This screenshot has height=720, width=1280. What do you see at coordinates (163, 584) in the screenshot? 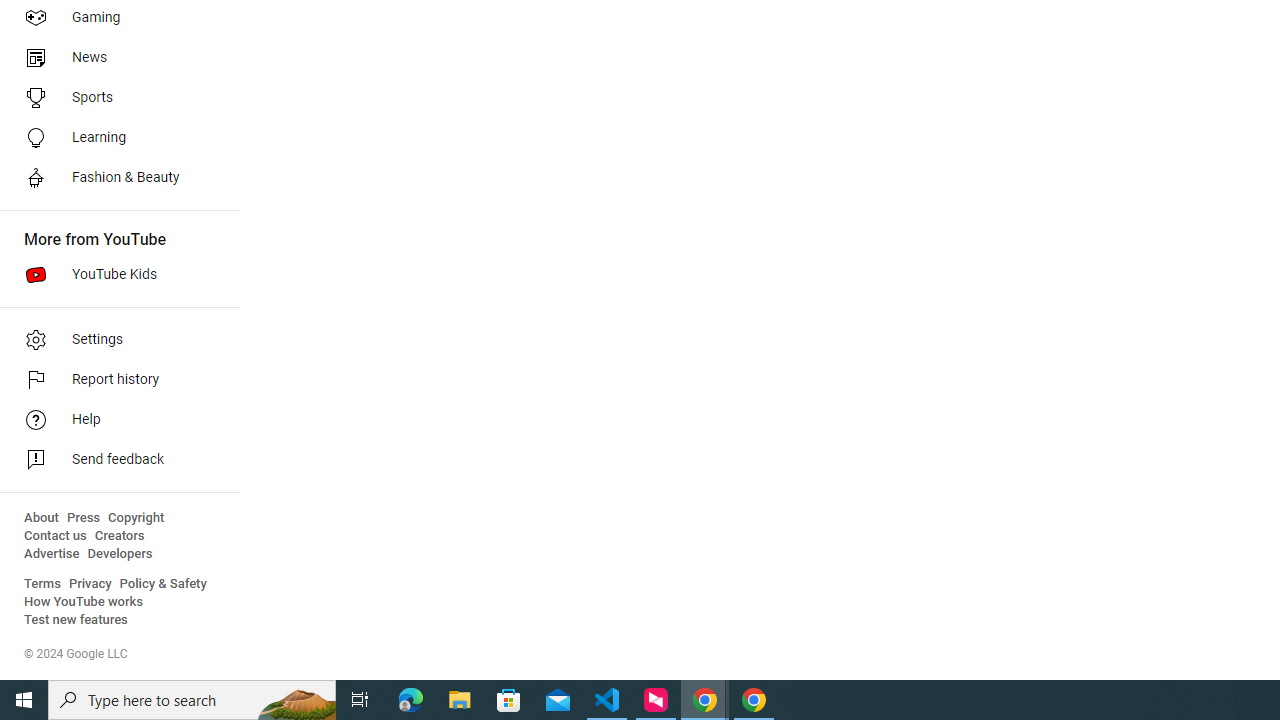
I see `'Policy & Safety'` at bounding box center [163, 584].